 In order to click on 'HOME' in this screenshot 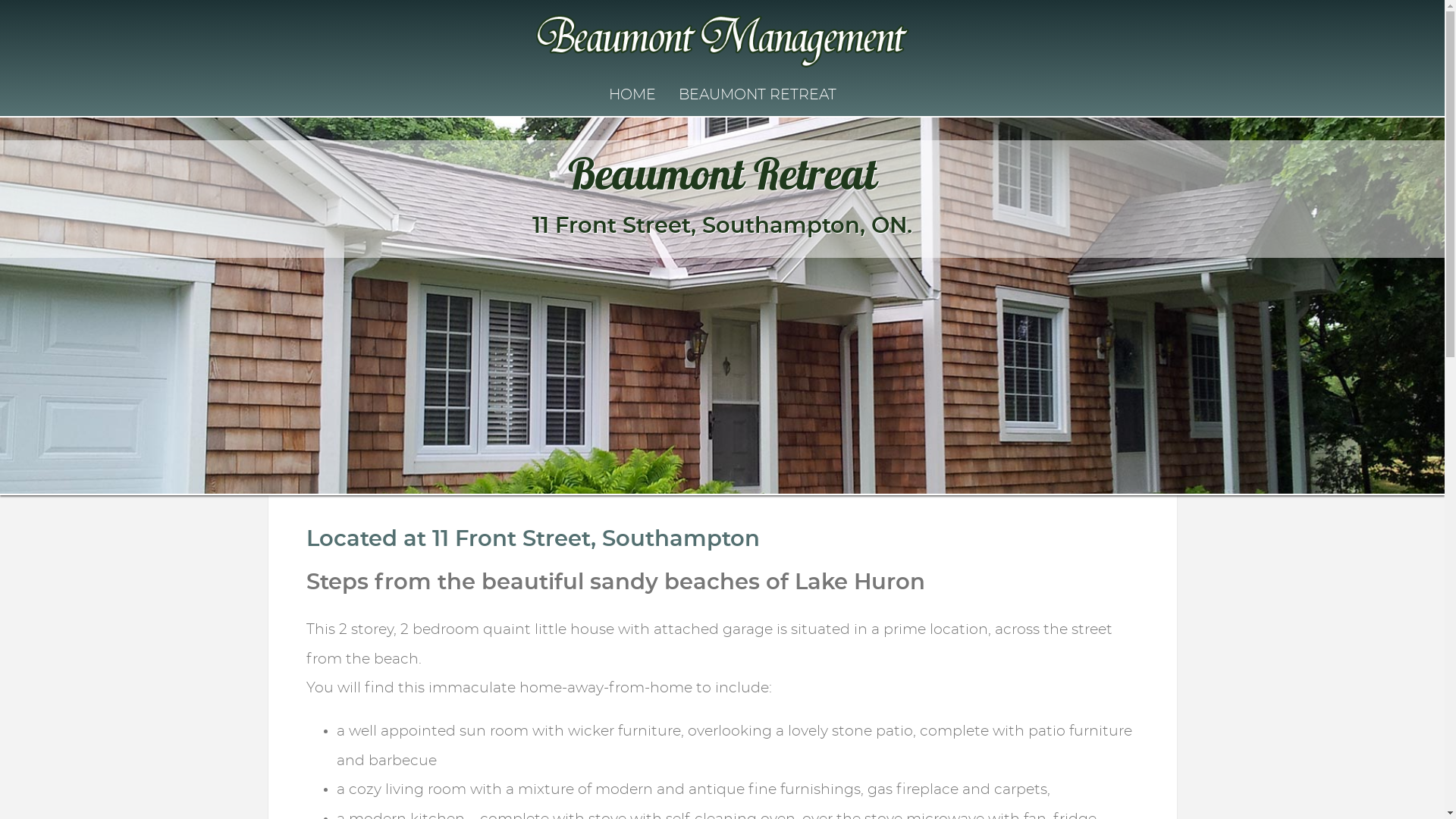, I will do `click(632, 95)`.